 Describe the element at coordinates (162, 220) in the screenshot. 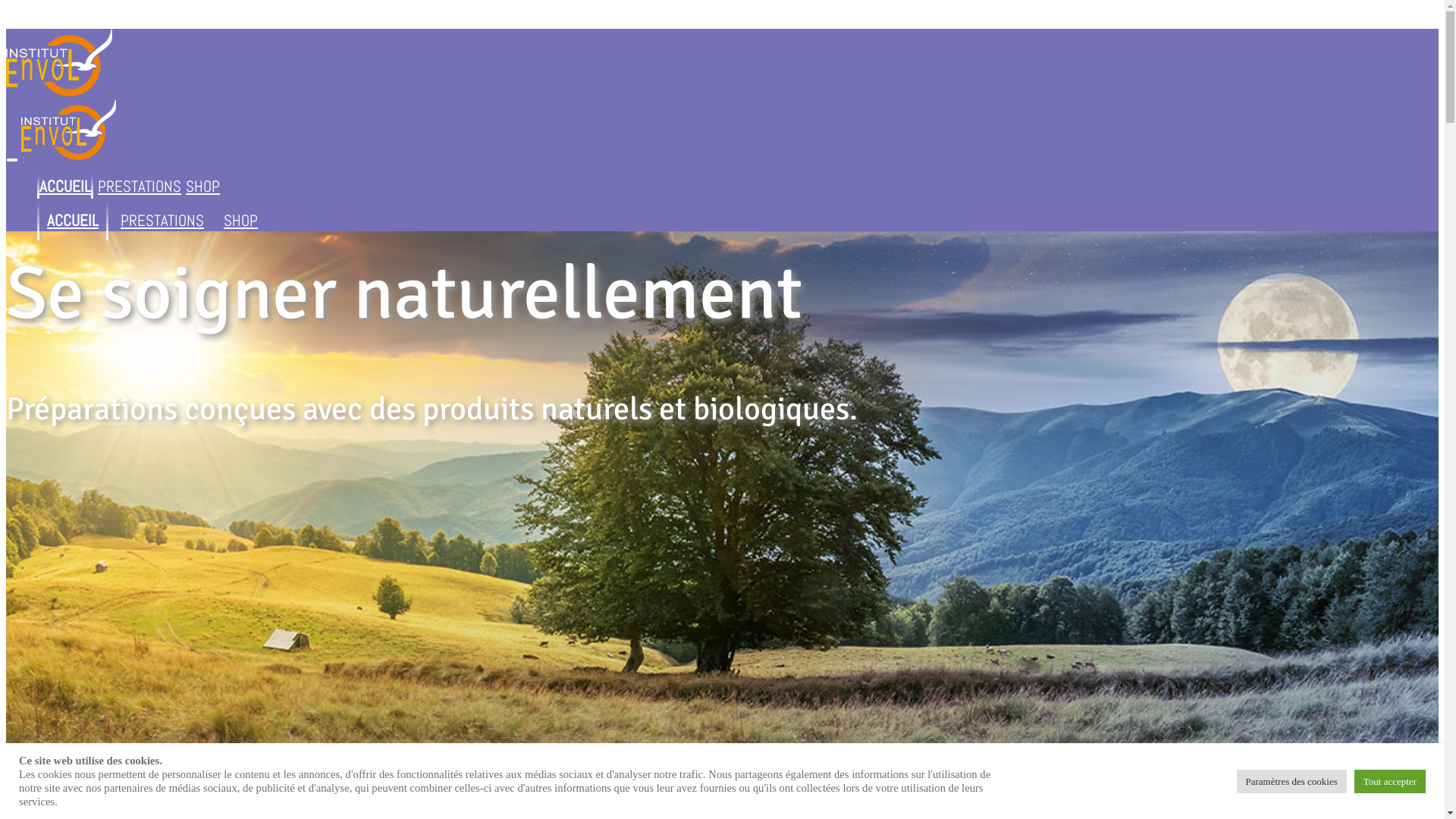

I see `'PRESTATIONS'` at that location.